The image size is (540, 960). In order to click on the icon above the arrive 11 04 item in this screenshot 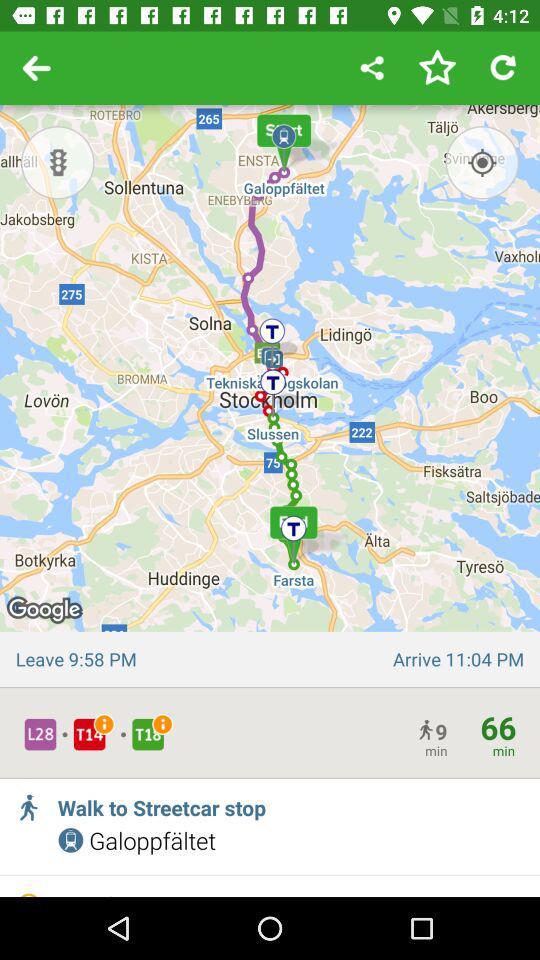, I will do `click(481, 161)`.